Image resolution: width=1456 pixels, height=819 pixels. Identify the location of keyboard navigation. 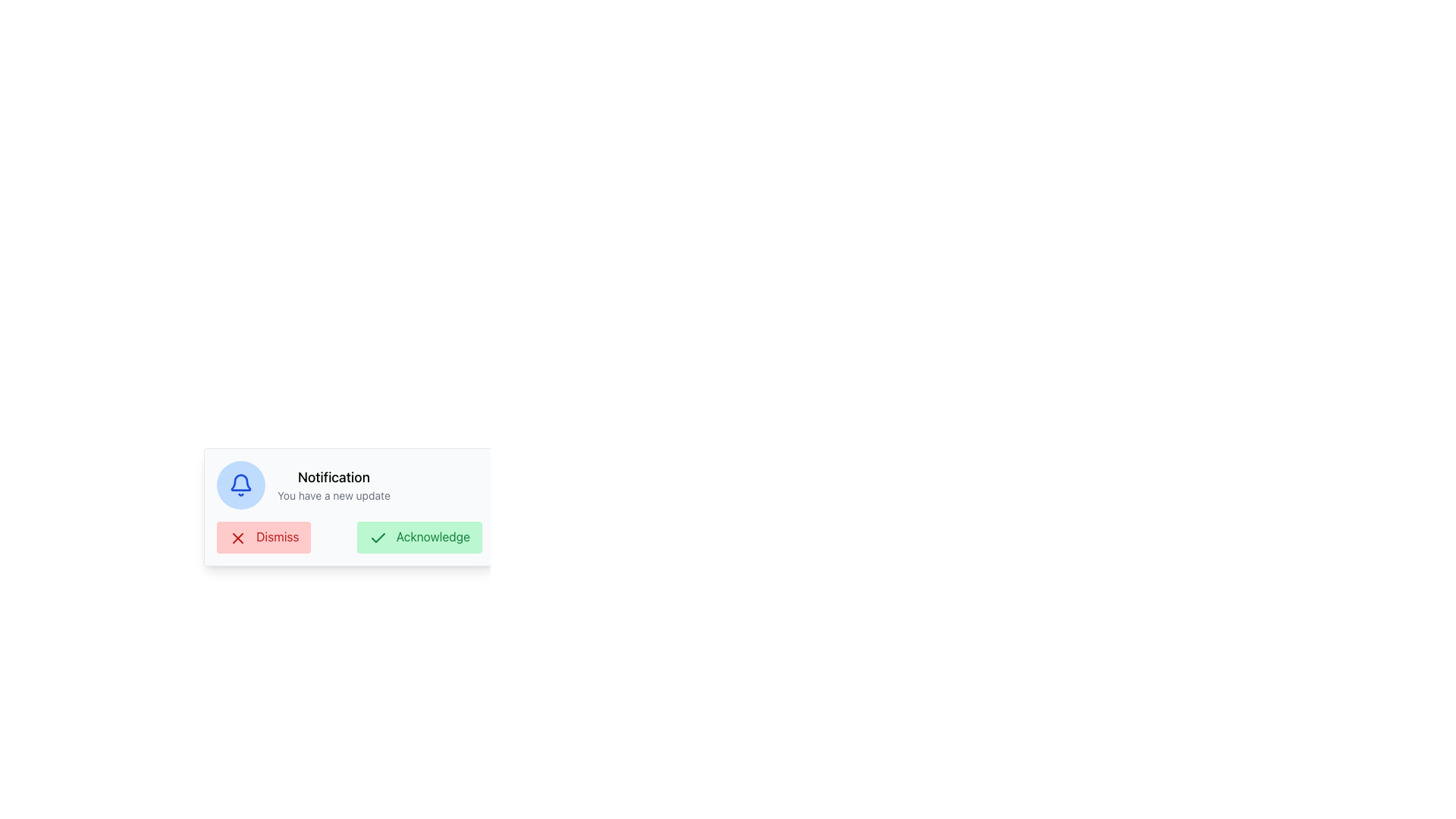
(419, 536).